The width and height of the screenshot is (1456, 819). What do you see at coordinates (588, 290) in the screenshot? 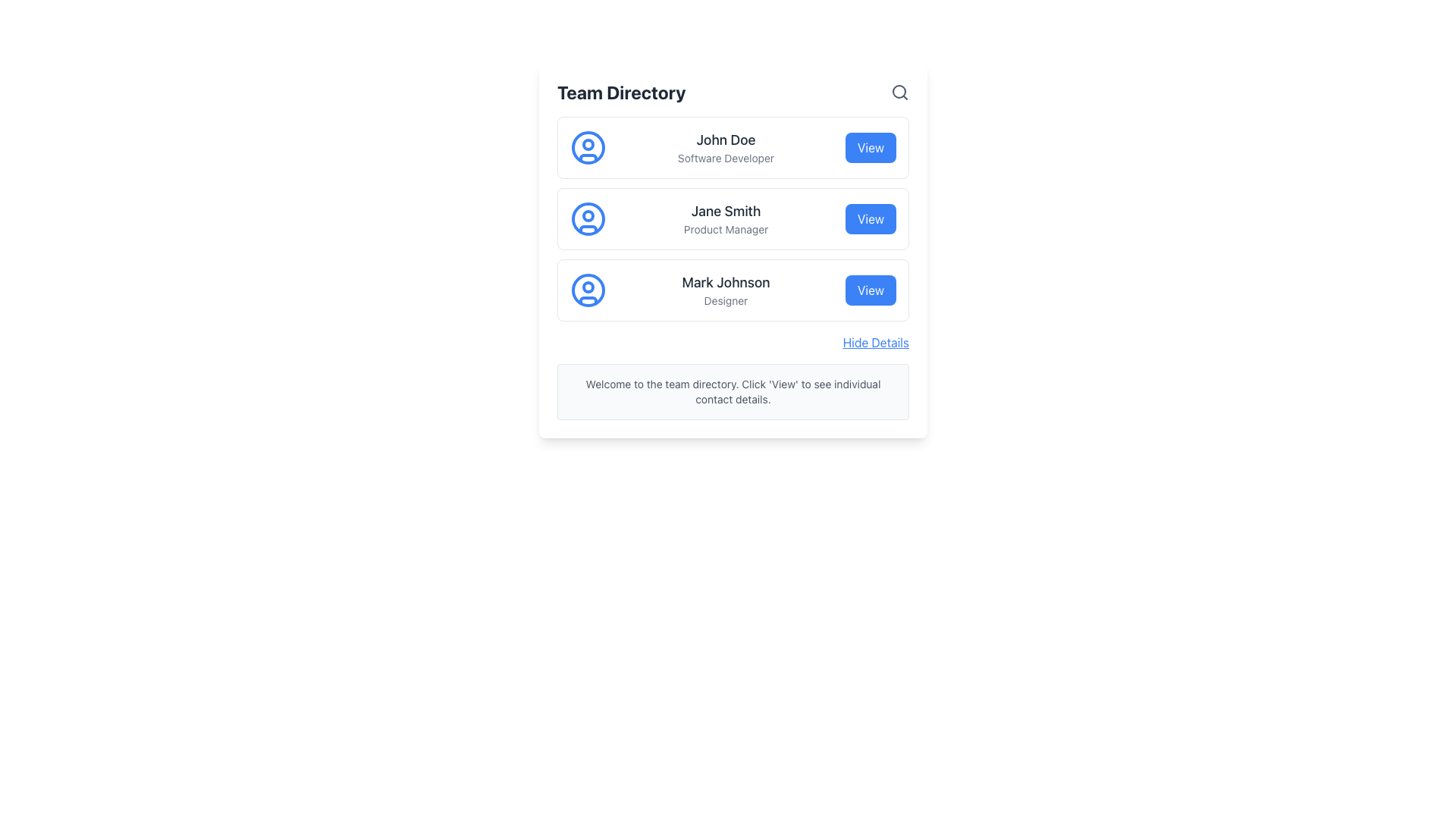
I see `the user icon with a blue outline located in the third entry of the 'Team Directory' section, which precedes the text 'Mark Johnson' and 'Designer'` at bounding box center [588, 290].